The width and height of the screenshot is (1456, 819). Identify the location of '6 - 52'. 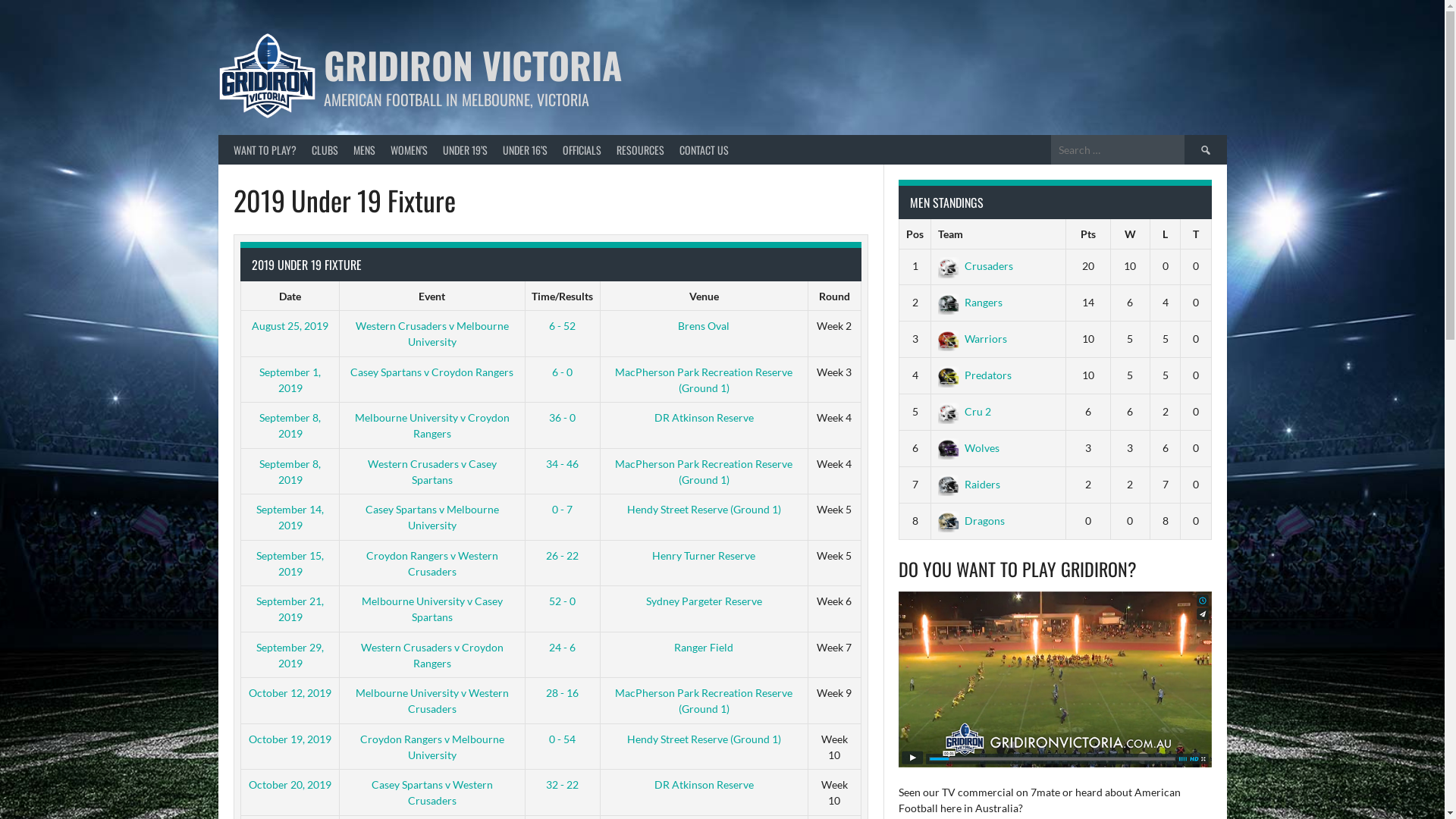
(561, 325).